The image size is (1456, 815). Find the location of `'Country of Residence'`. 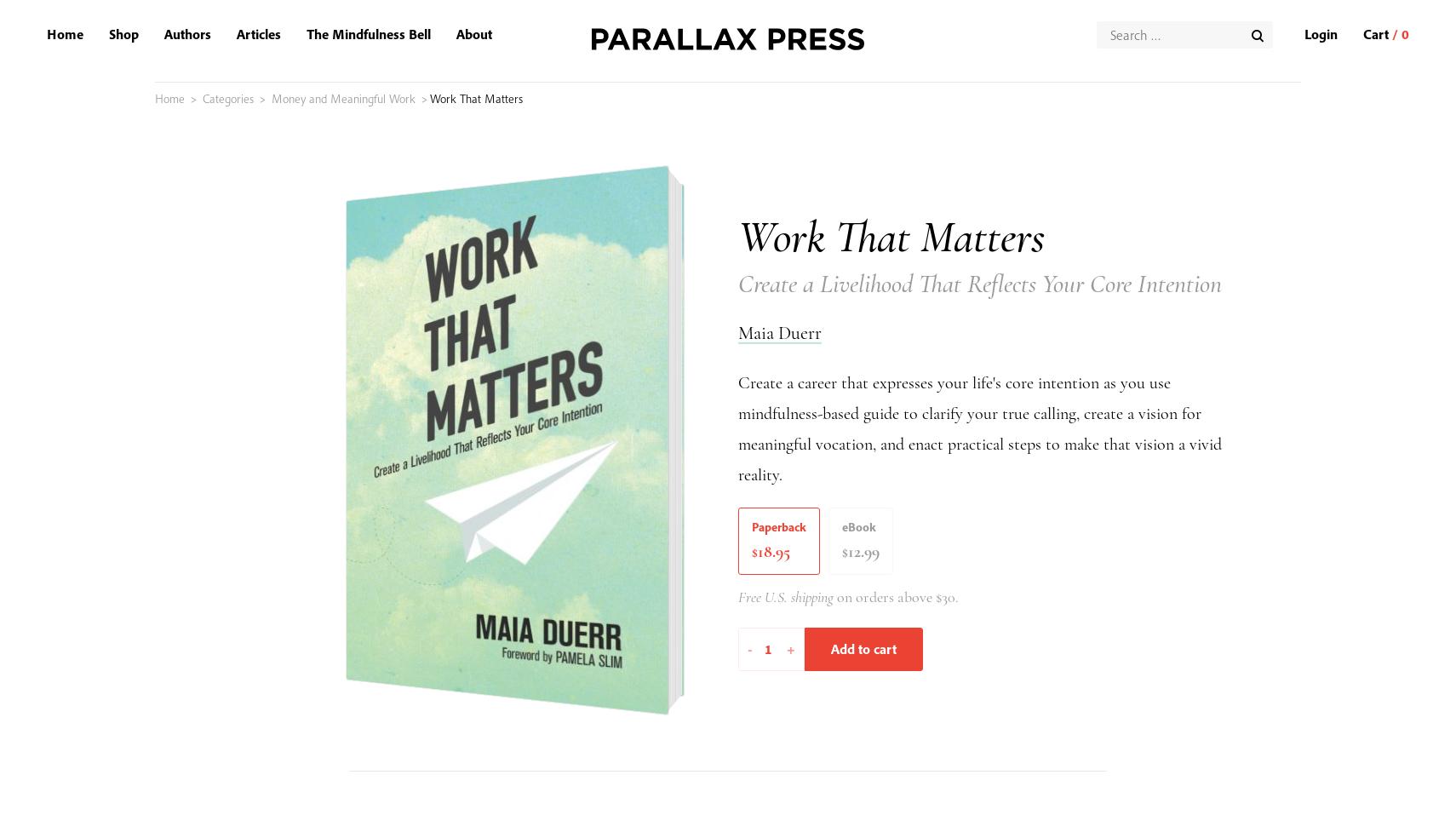

'Country of Residence' is located at coordinates (257, 796).